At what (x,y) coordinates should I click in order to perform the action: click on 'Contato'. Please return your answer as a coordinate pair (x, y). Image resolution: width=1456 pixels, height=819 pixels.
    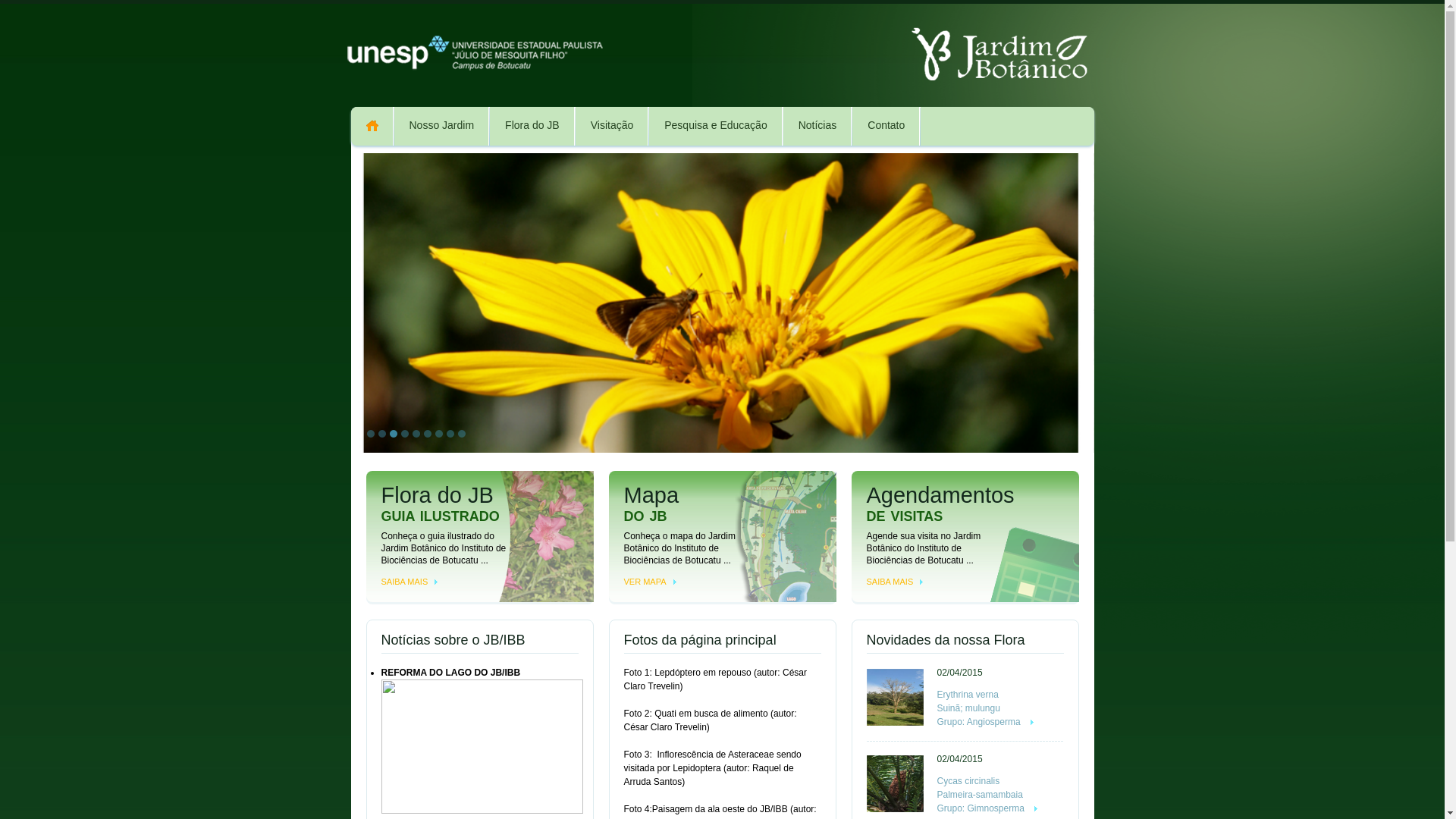
    Looking at the image, I should click on (886, 125).